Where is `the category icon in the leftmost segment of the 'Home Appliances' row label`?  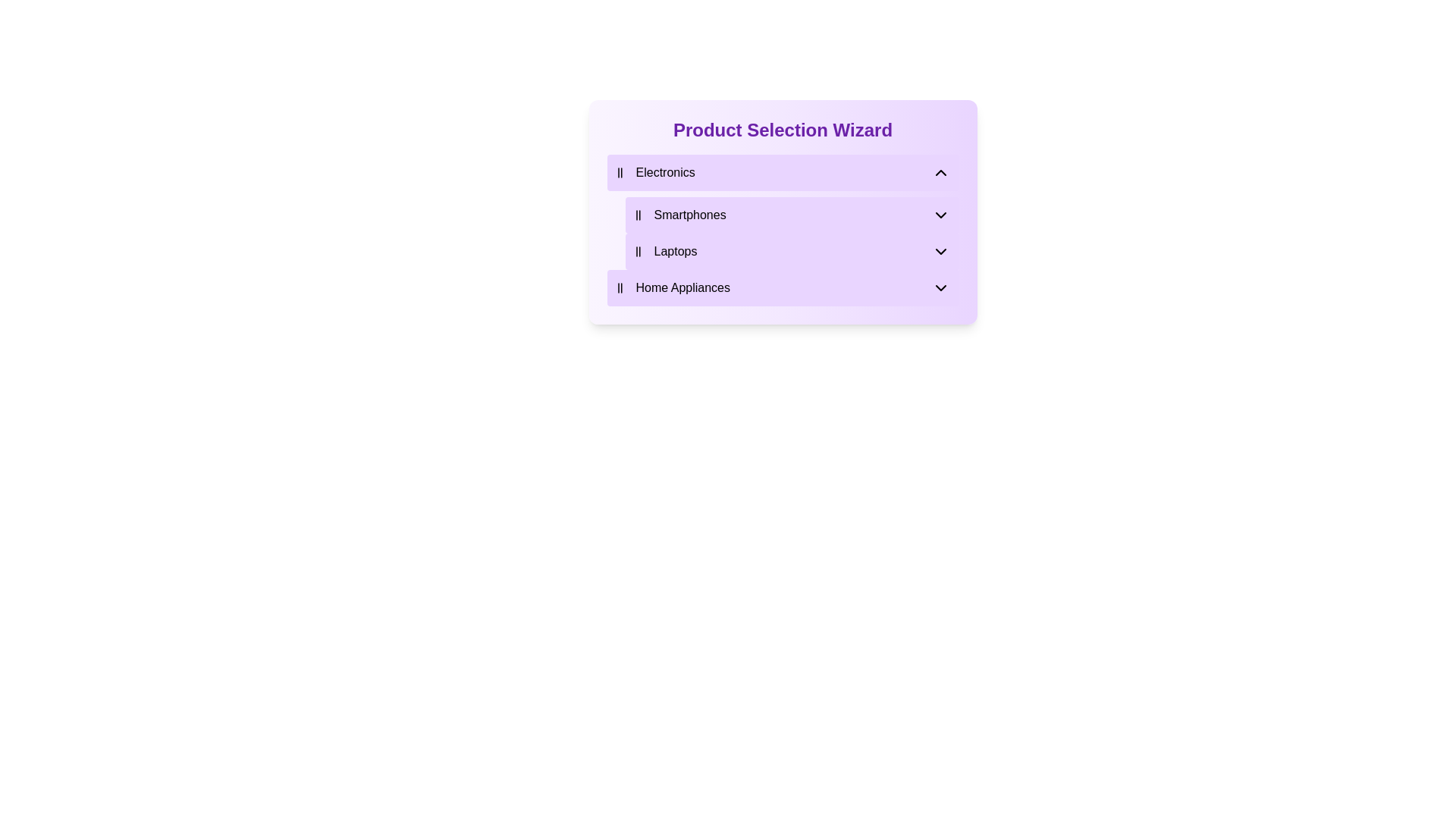 the category icon in the leftmost segment of the 'Home Appliances' row label is located at coordinates (623, 288).